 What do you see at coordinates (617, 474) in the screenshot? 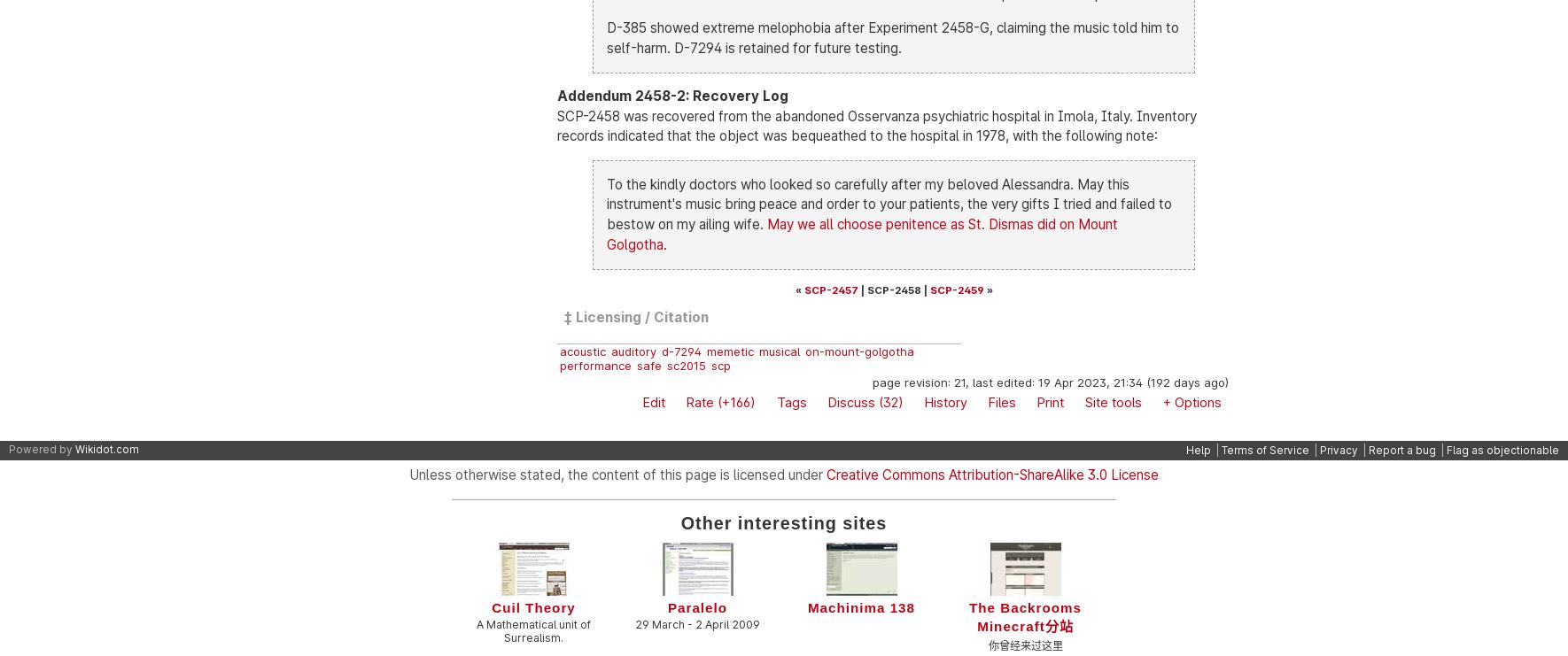
I see `'Unless otherwise stated, the content of this page is licensed under'` at bounding box center [617, 474].